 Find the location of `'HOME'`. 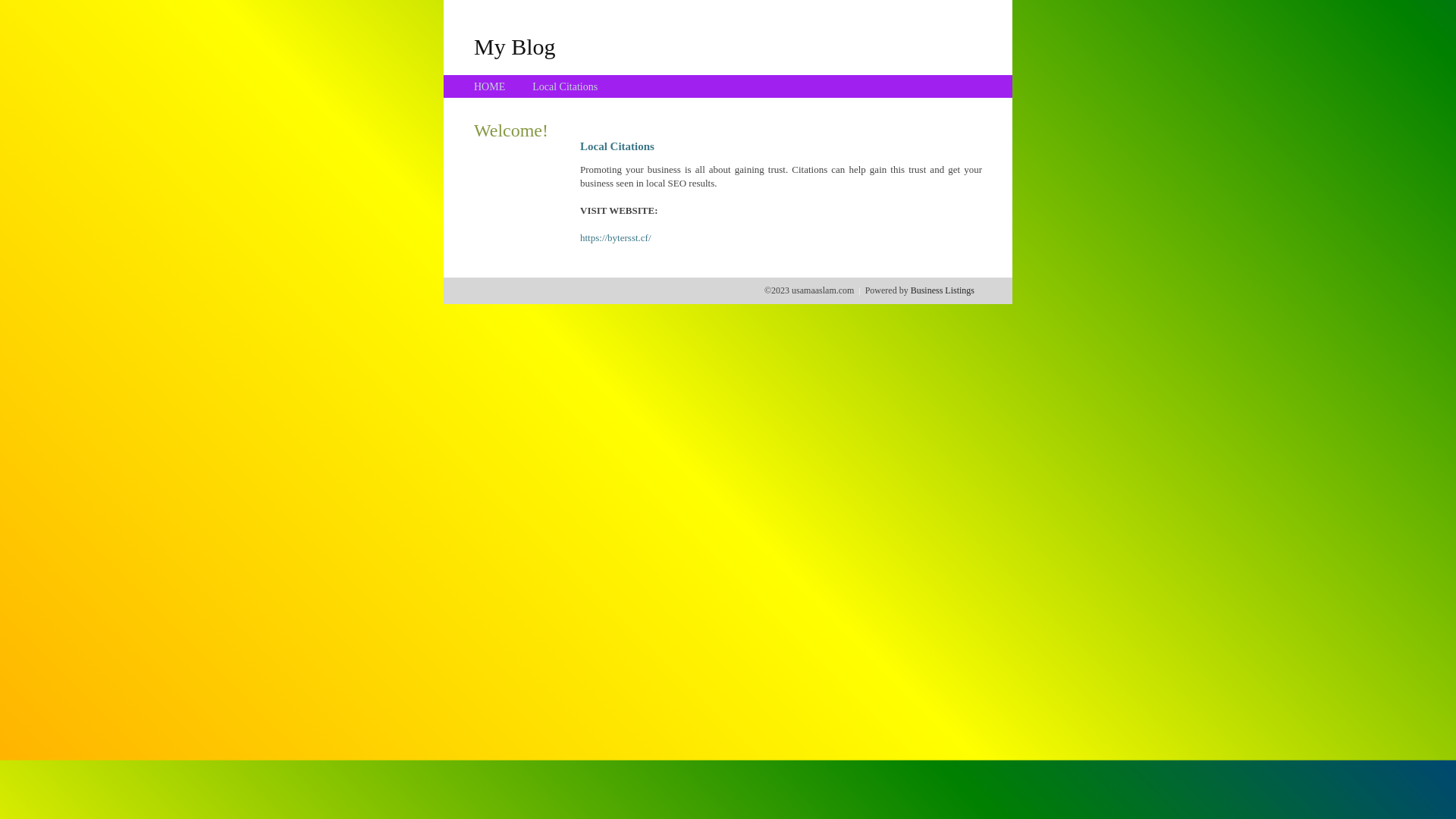

'HOME' is located at coordinates (489, 86).